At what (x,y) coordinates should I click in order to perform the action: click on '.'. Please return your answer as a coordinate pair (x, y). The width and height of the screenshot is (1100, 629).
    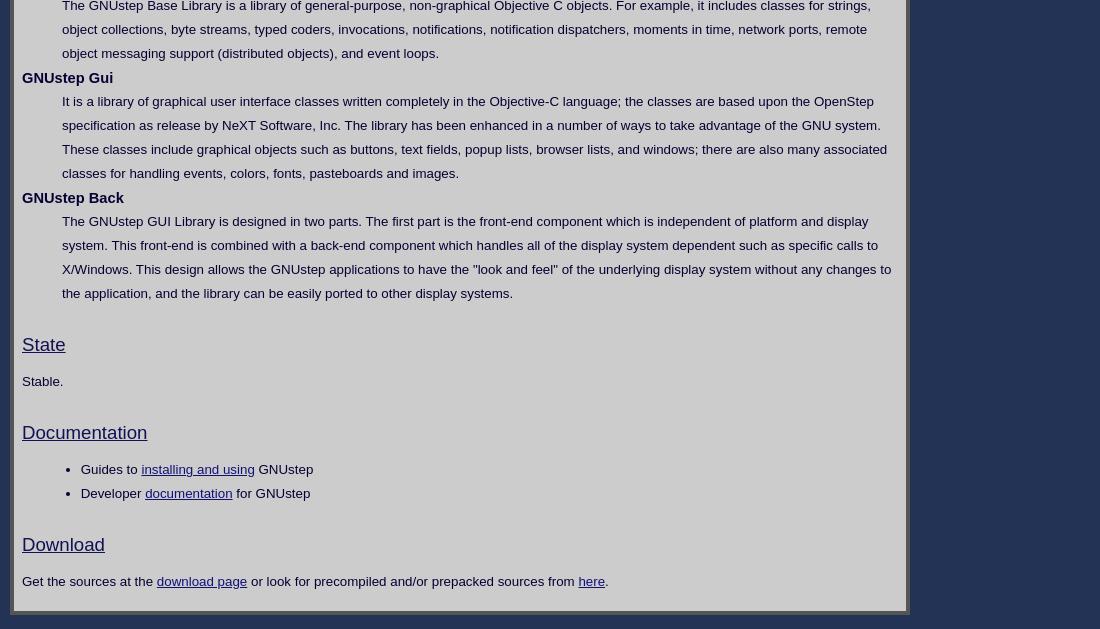
    Looking at the image, I should click on (605, 580).